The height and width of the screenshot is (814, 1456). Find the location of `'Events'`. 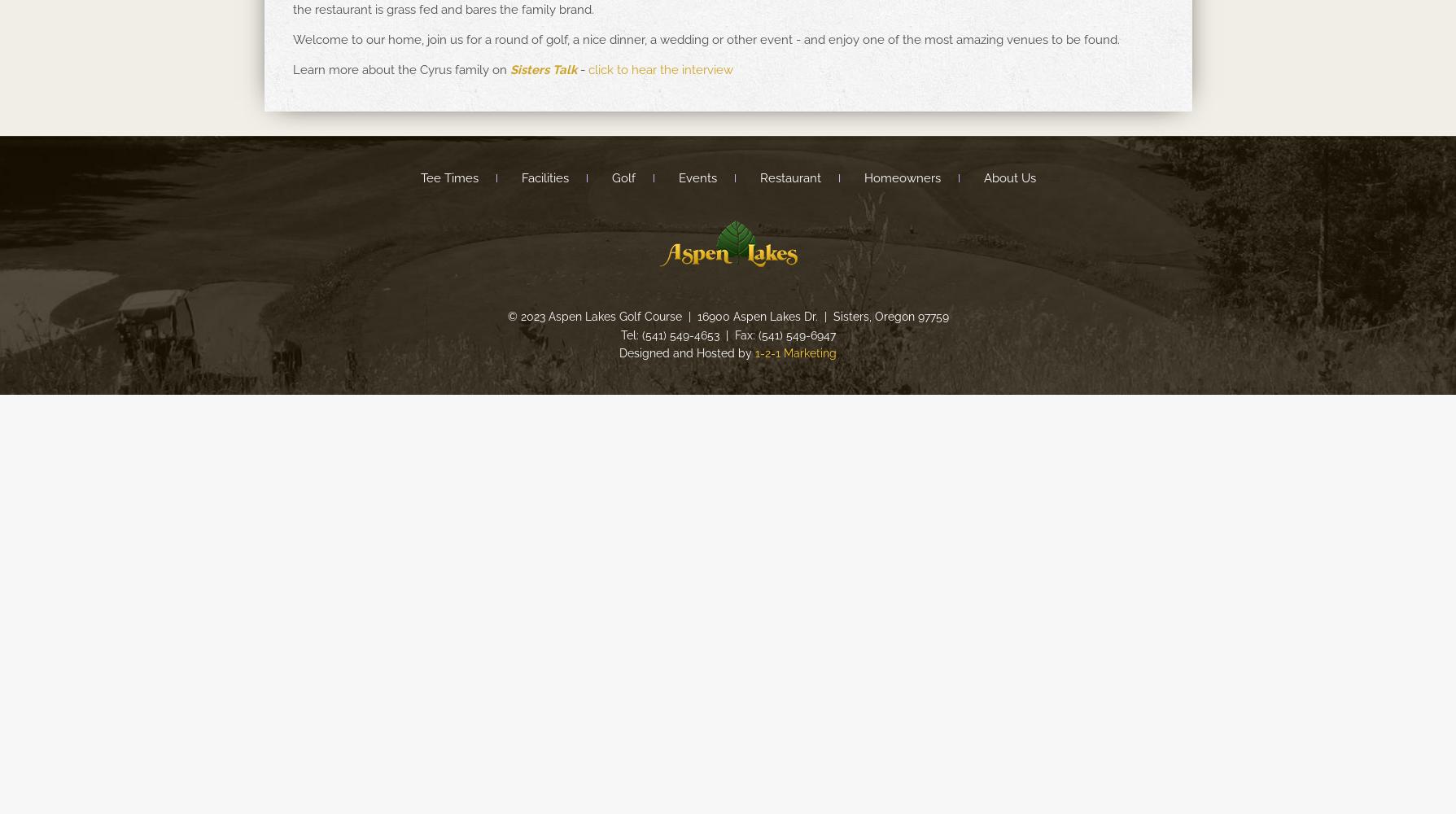

'Events' is located at coordinates (677, 177).